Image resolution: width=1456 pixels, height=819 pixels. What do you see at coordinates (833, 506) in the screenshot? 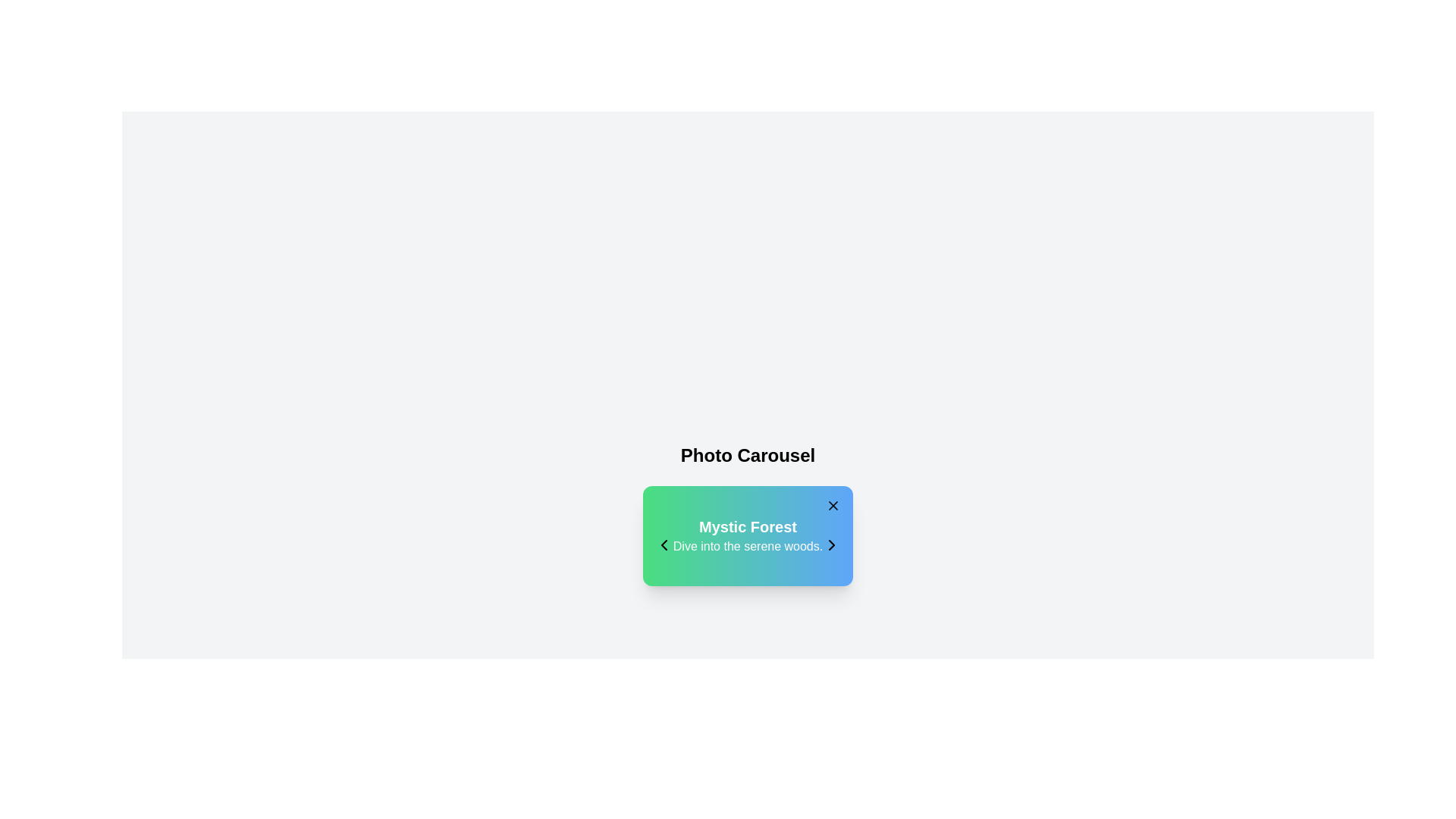
I see `the 'Close' button located in the top-right corner of the 'Mystic Forest' card` at bounding box center [833, 506].